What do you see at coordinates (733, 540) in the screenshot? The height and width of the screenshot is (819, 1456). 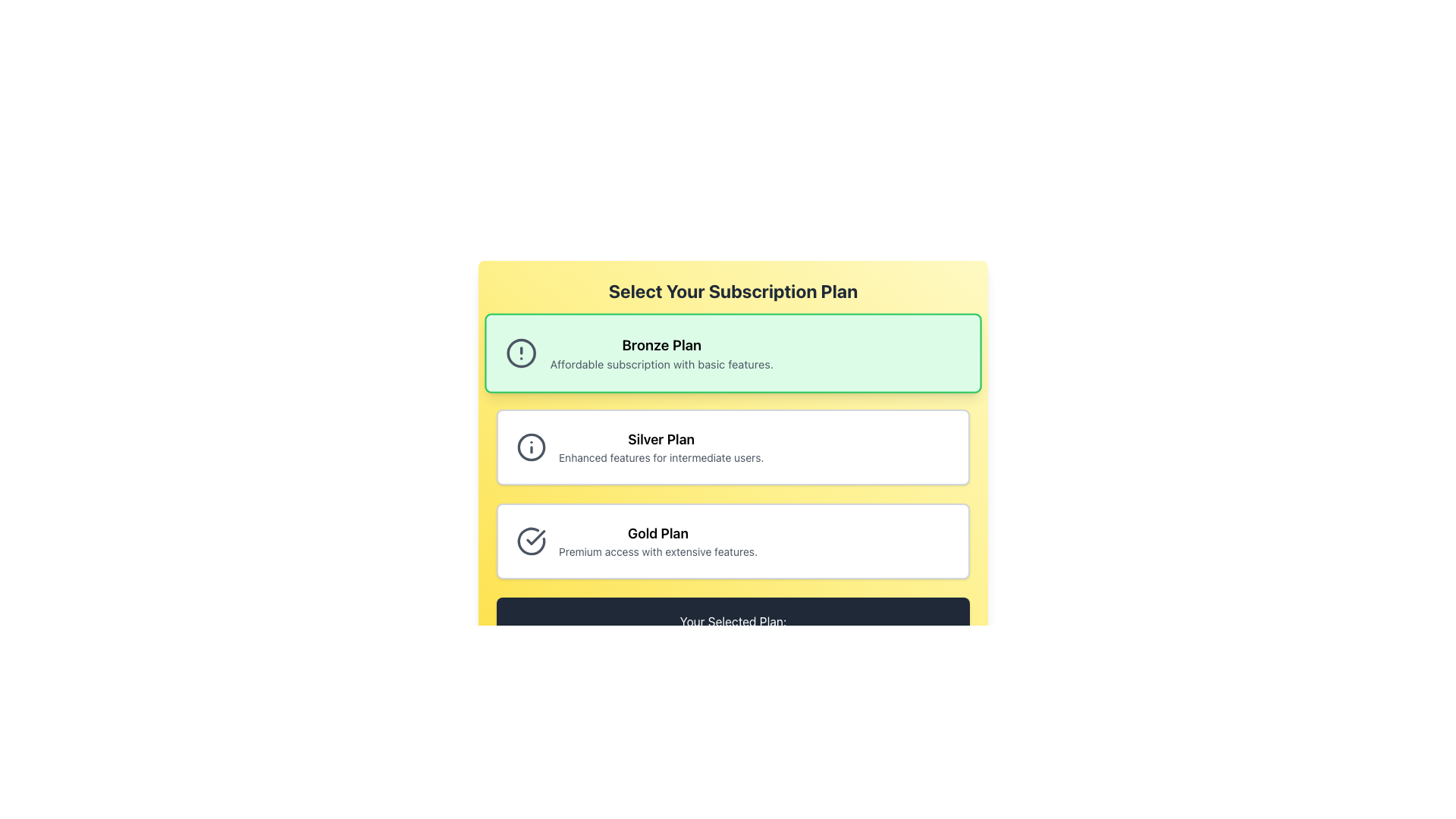 I see `the 'Gold Plan' card, which is a rectangular card with a white background and a gray outline, featuring a large gray checkmark icon, the title 'Gold Plan' in bold, and the subtitle 'Premium access with extensive features.'` at bounding box center [733, 540].